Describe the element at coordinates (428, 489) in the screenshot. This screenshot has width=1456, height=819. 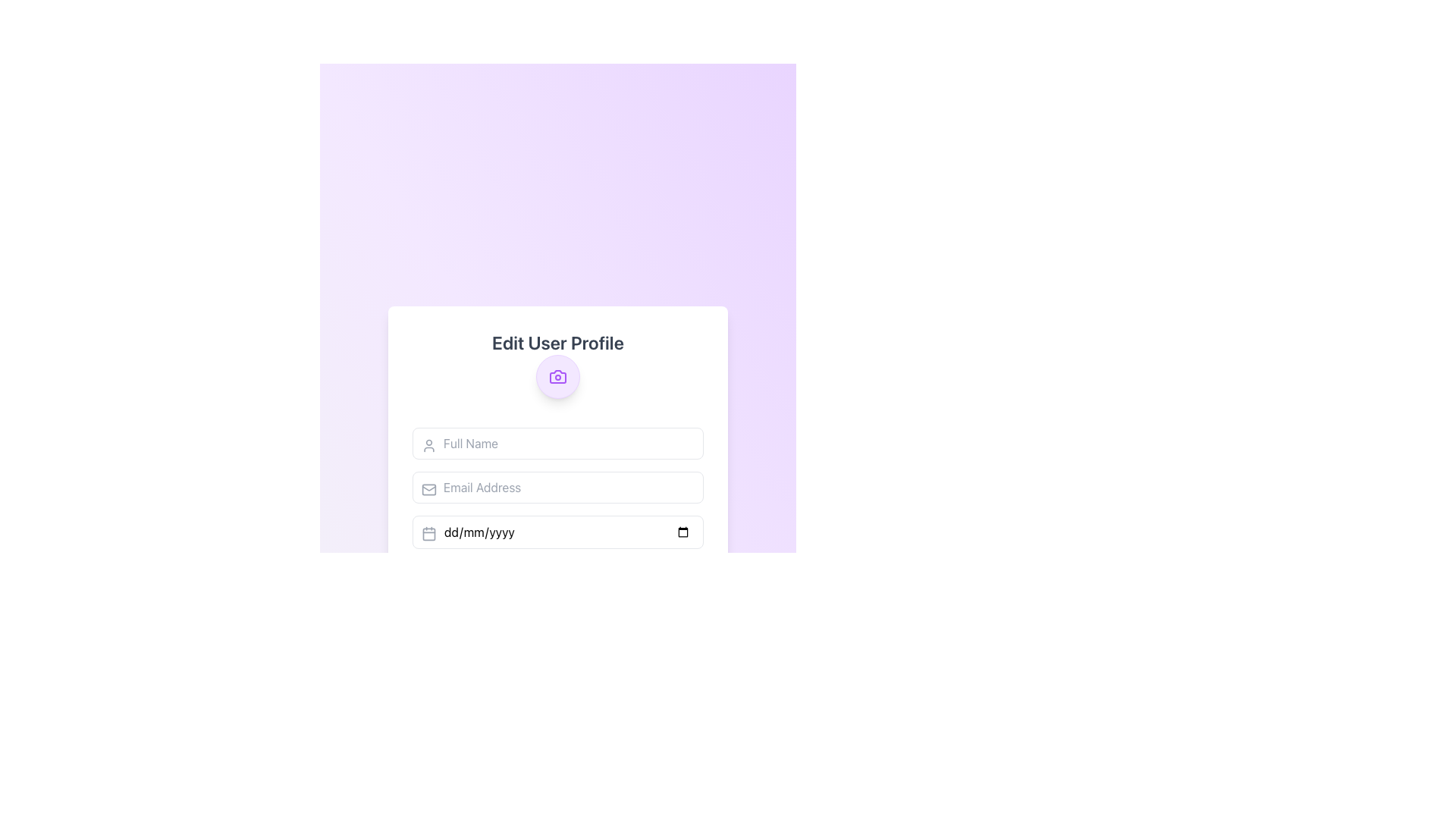
I see `the decorative envelope icon that visually represents the email address field, located to the left of the 'Email Address' input field` at that location.